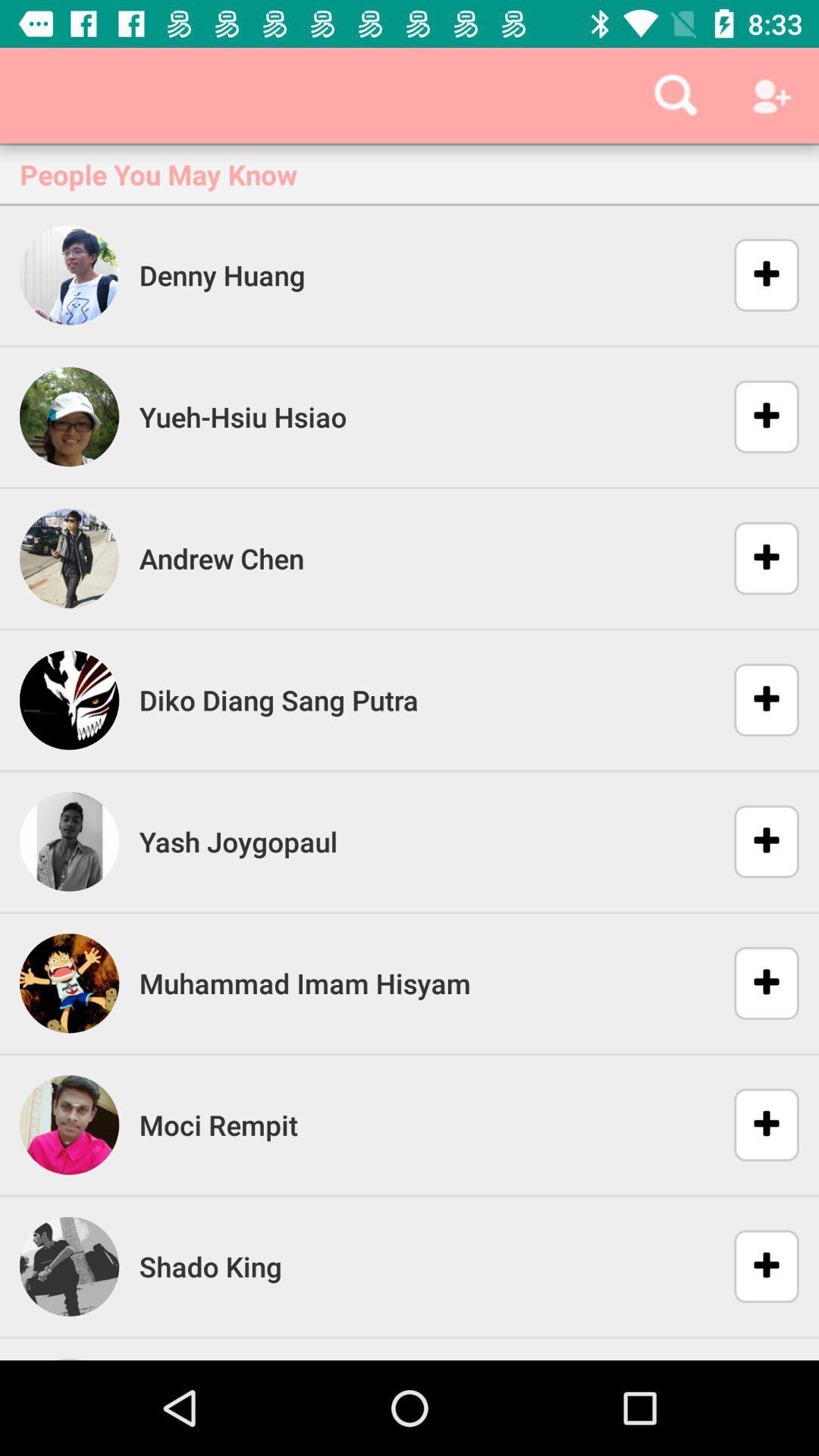  What do you see at coordinates (70, 417) in the screenshot?
I see `the image left to yuehhsiu hsiao` at bounding box center [70, 417].